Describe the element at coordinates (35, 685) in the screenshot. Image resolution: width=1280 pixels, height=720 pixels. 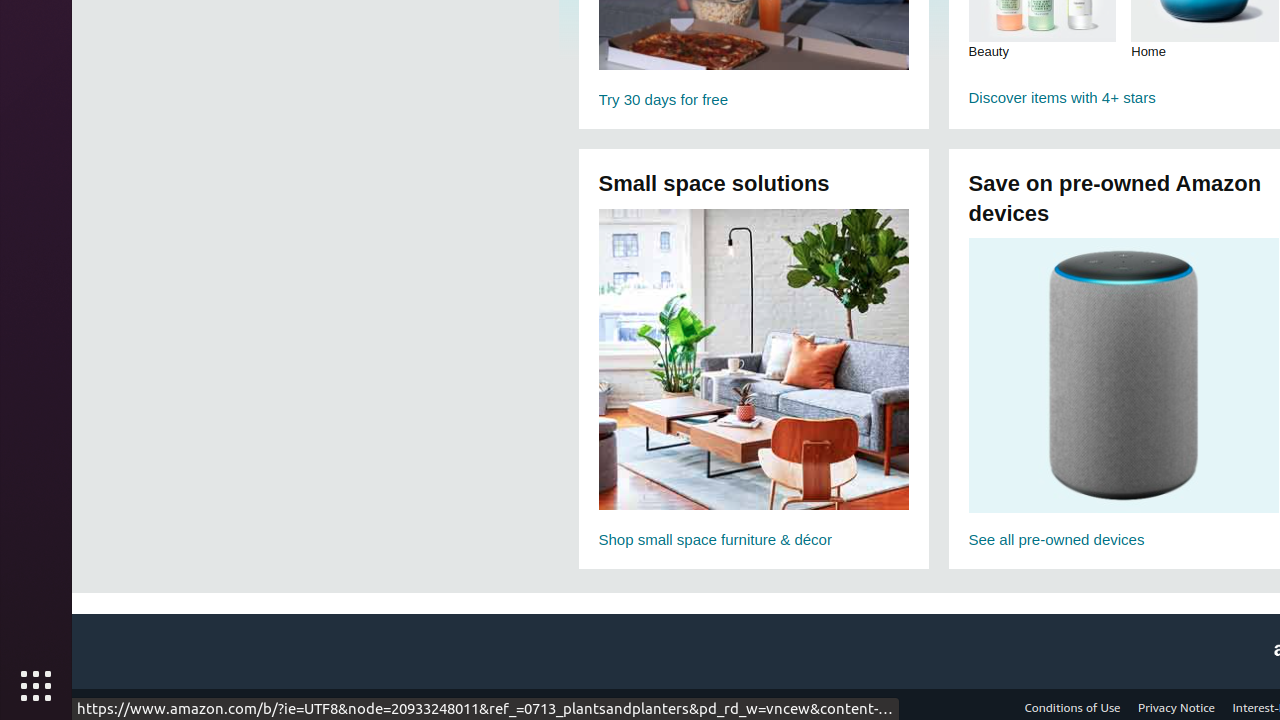
I see `'Show Applications'` at that location.